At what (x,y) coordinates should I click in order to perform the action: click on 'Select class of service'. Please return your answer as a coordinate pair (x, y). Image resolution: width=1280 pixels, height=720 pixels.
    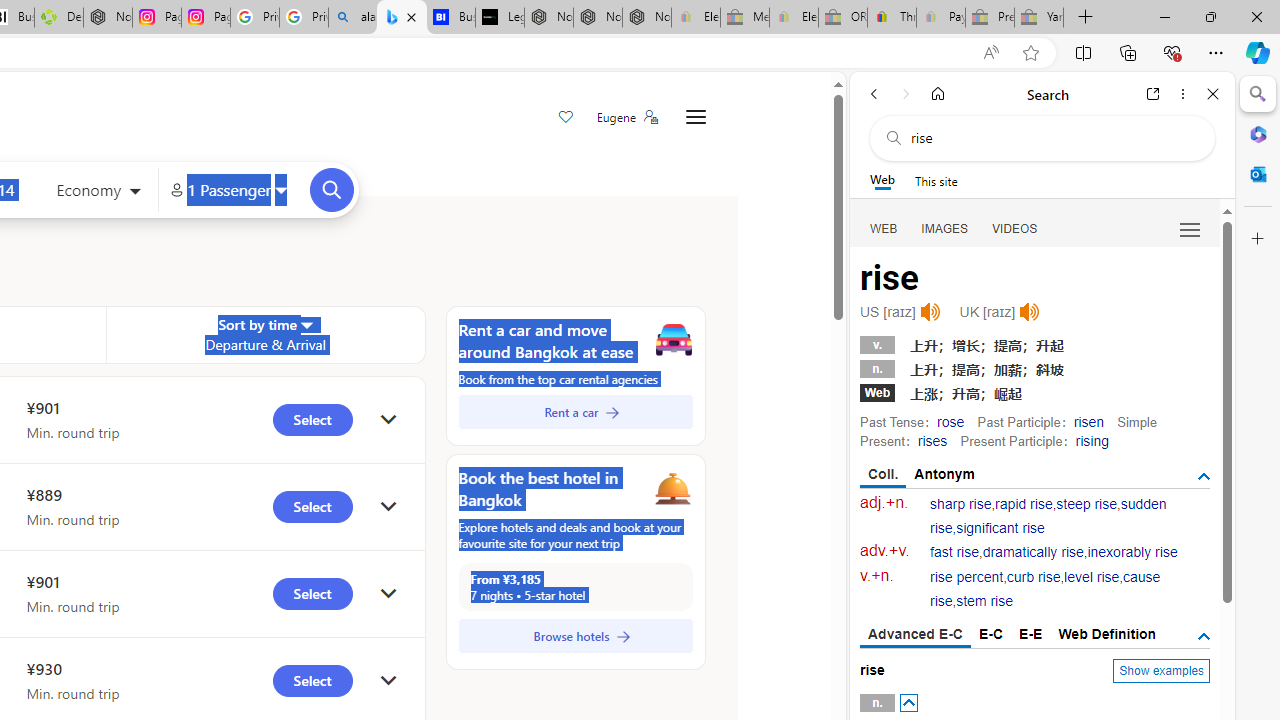
    Looking at the image, I should click on (98, 192).